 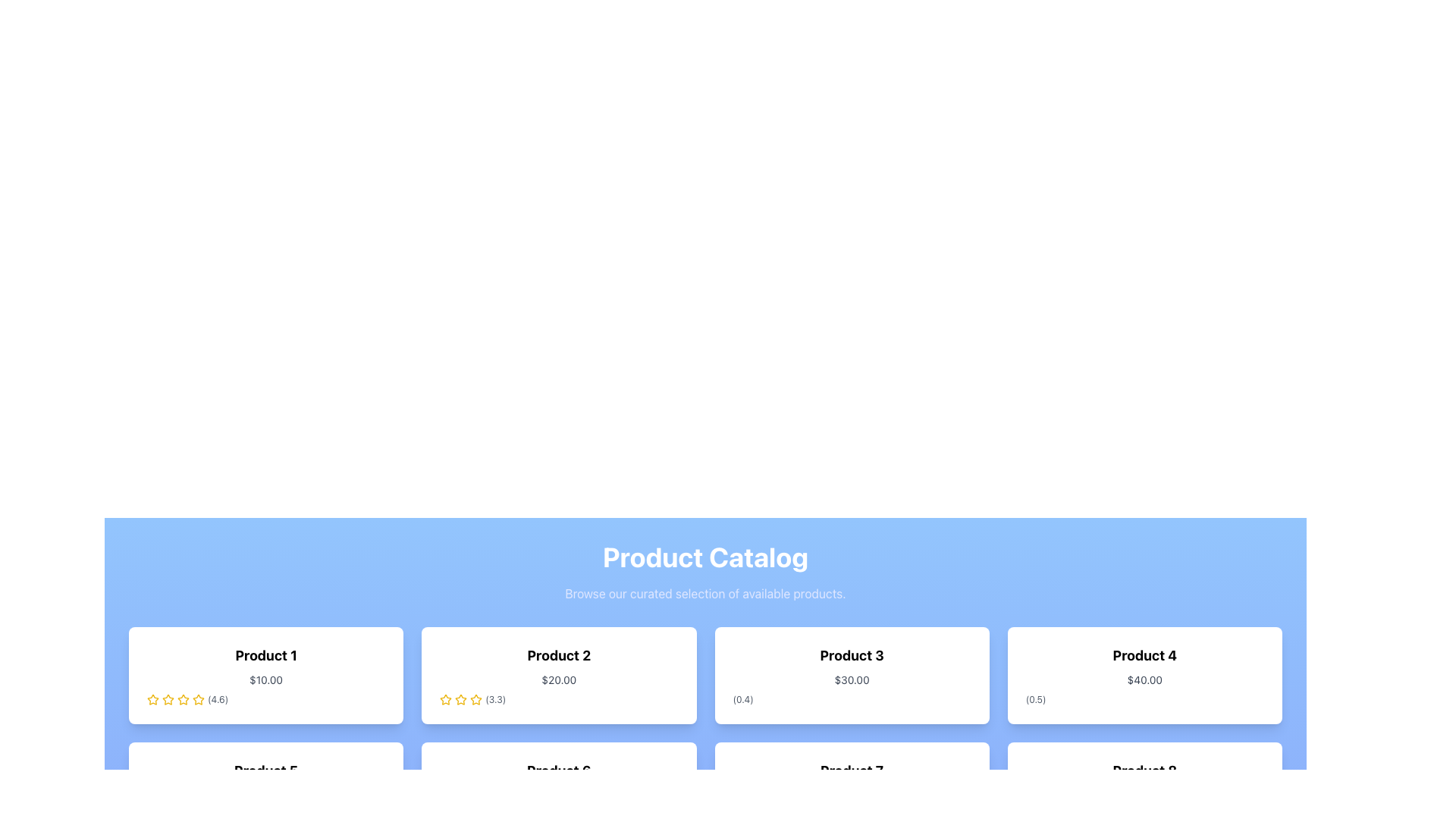 What do you see at coordinates (265, 675) in the screenshot?
I see `the product card` at bounding box center [265, 675].